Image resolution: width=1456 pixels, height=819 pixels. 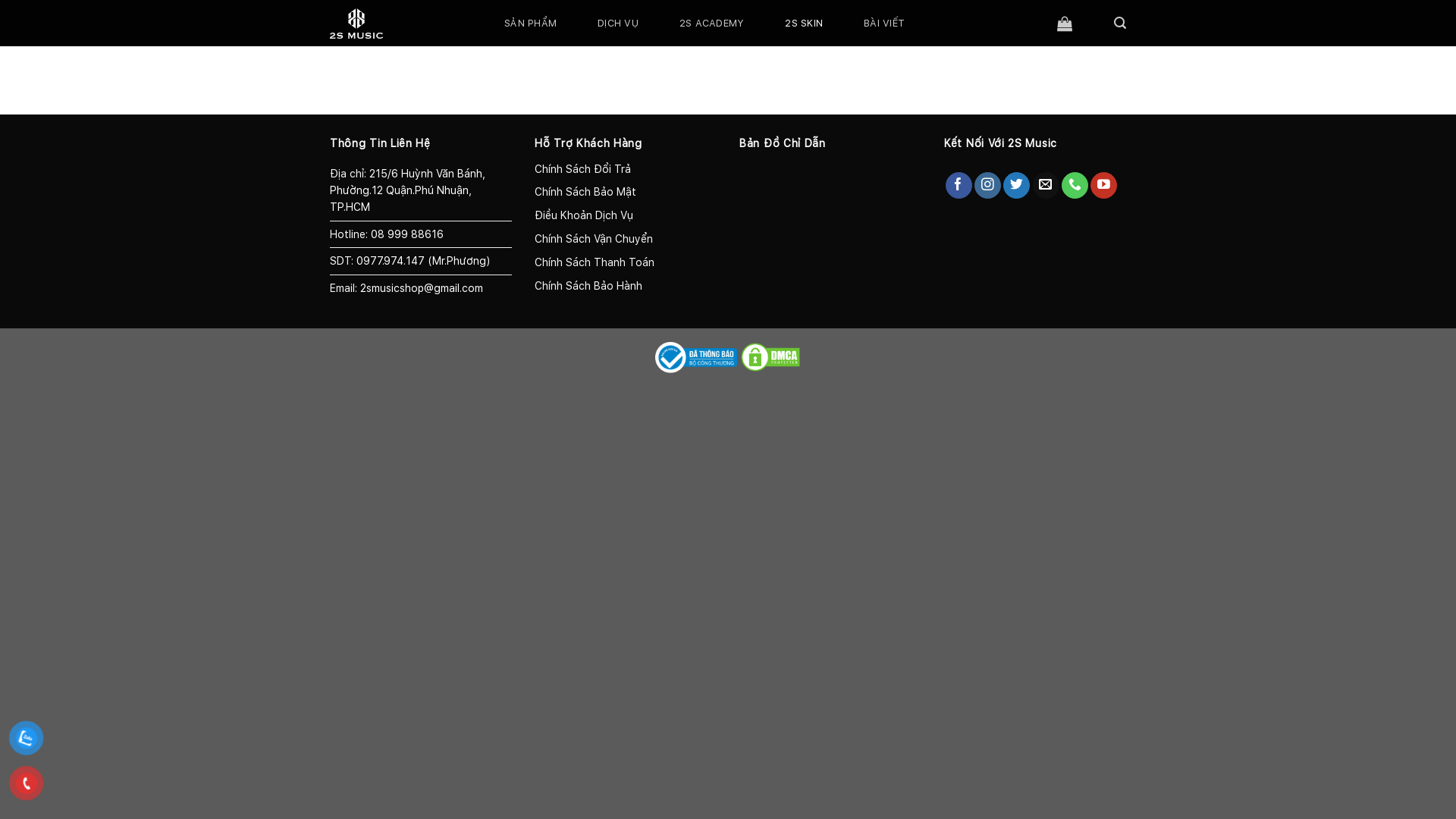 What do you see at coordinates (711, 23) in the screenshot?
I see `'2S ACADEMY'` at bounding box center [711, 23].